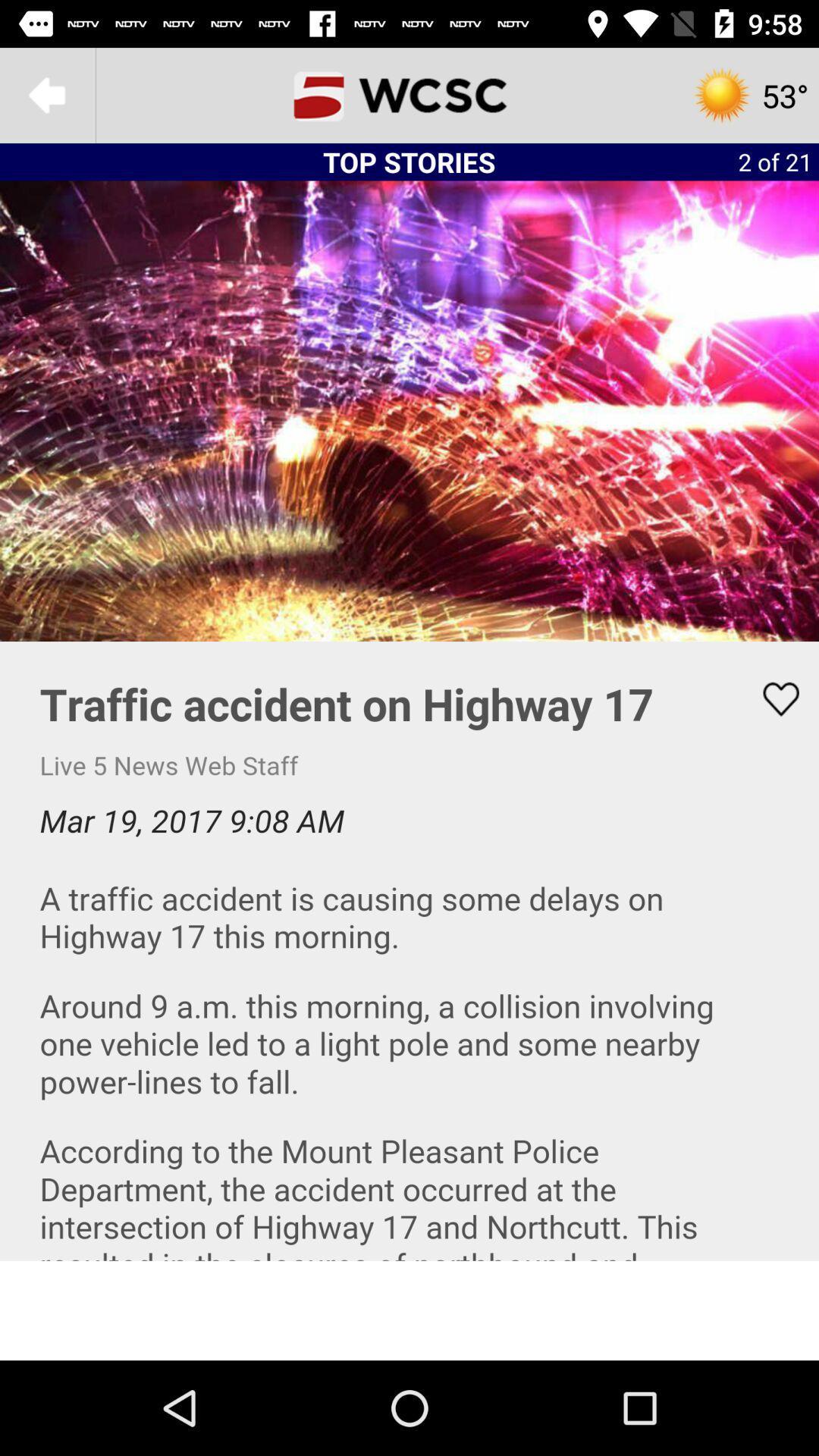 This screenshot has height=1456, width=819. I want to click on the arrow_backward icon, so click(46, 94).